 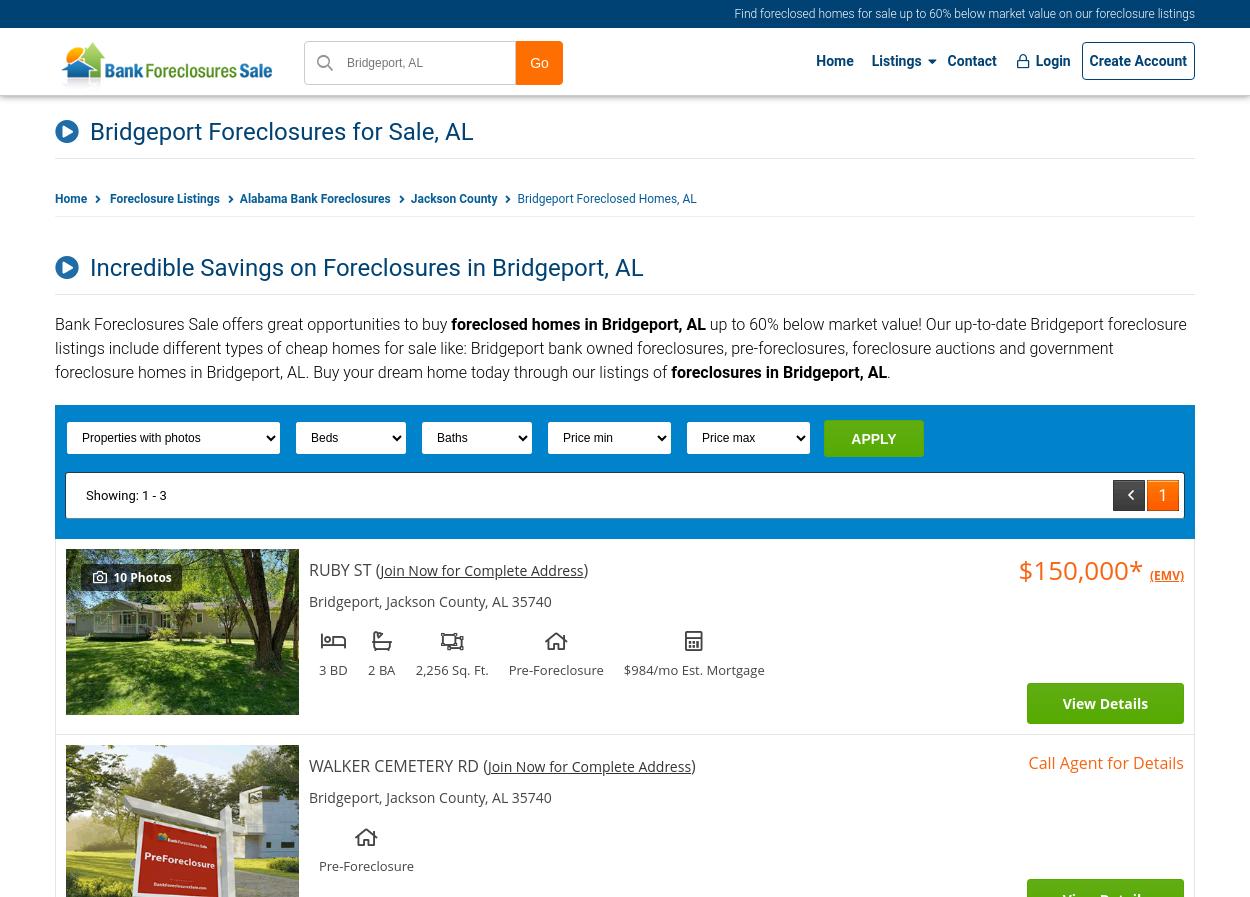 What do you see at coordinates (313, 198) in the screenshot?
I see `'Alabama Bank Foreclosures'` at bounding box center [313, 198].